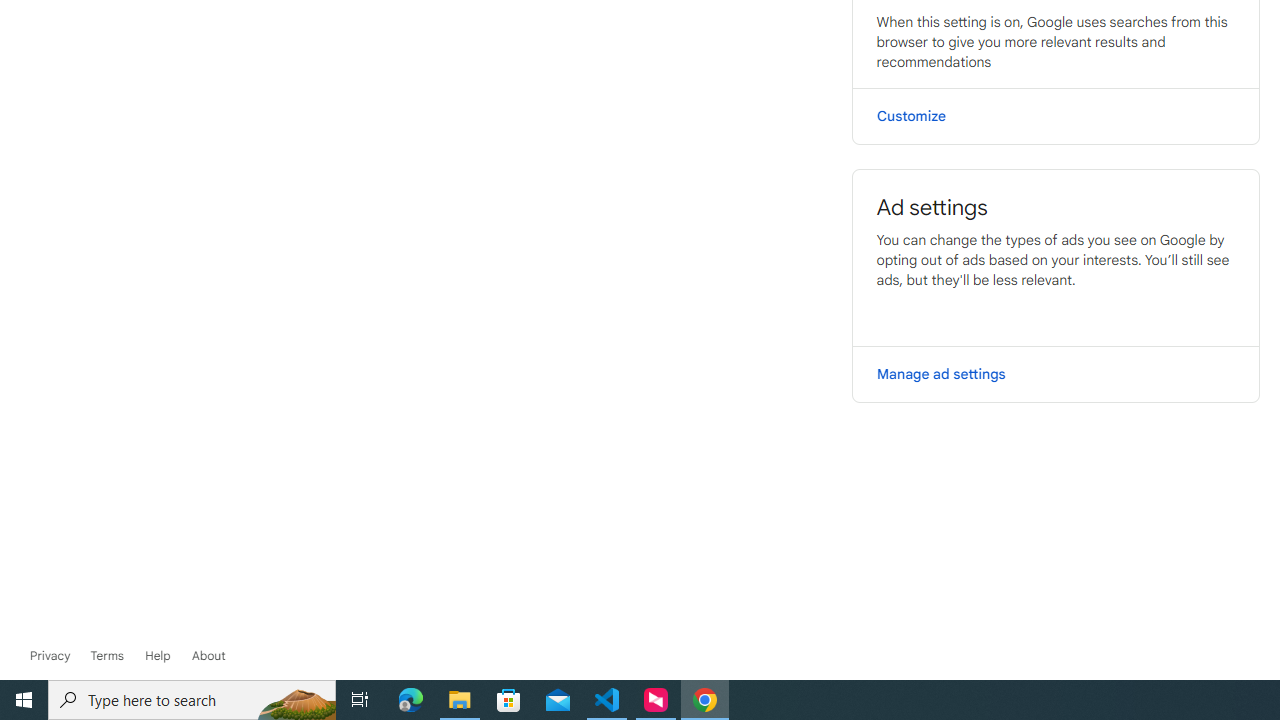  Describe the element at coordinates (1055, 116) in the screenshot. I see `'Customize'` at that location.